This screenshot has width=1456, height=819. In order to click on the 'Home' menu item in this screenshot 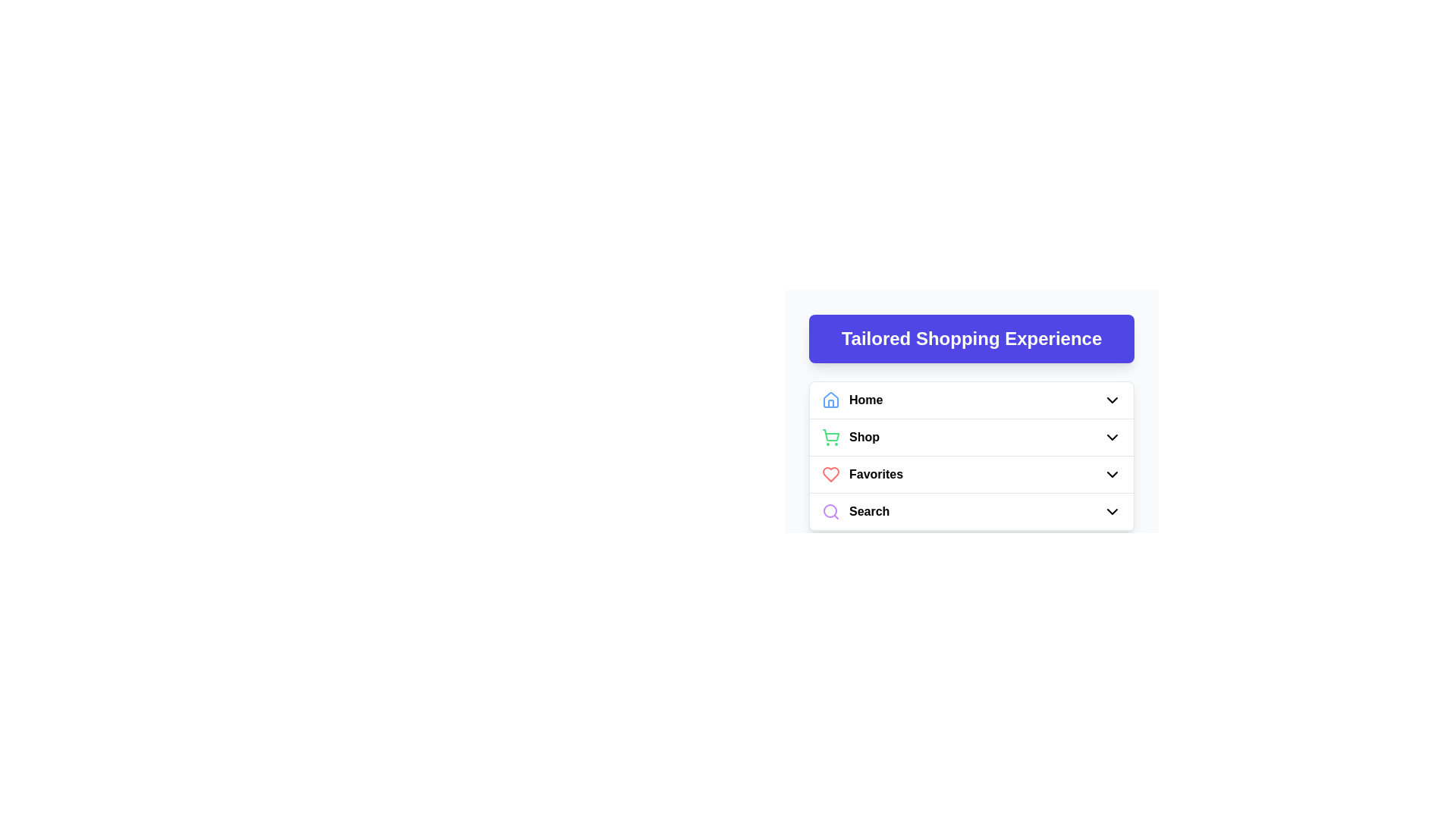, I will do `click(852, 400)`.